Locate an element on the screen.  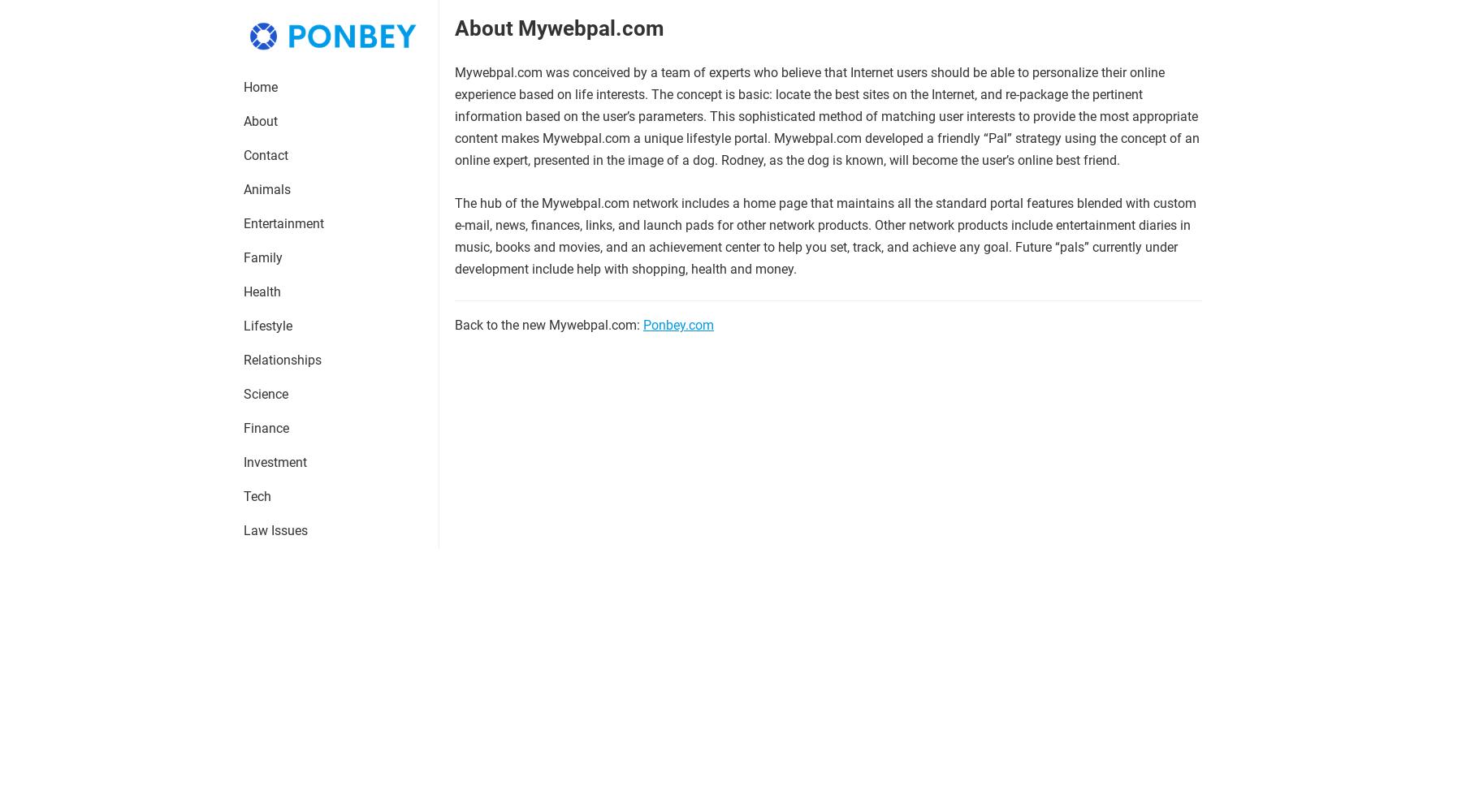
'About' is located at coordinates (259, 120).